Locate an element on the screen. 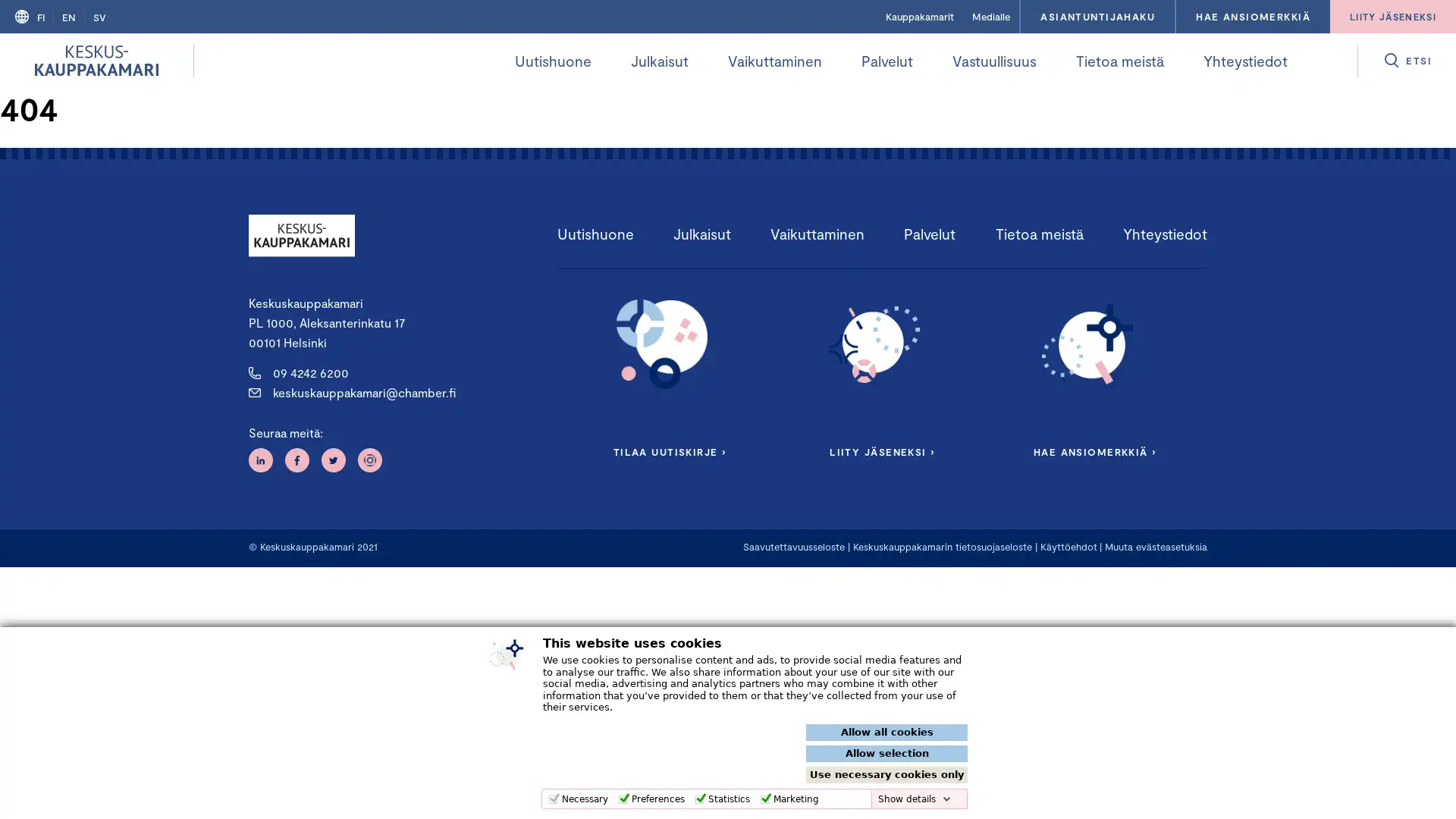 This screenshot has width=1456, height=819. Avaa alivalikko kohteelle Palvelut is located at coordinates (926, 73).